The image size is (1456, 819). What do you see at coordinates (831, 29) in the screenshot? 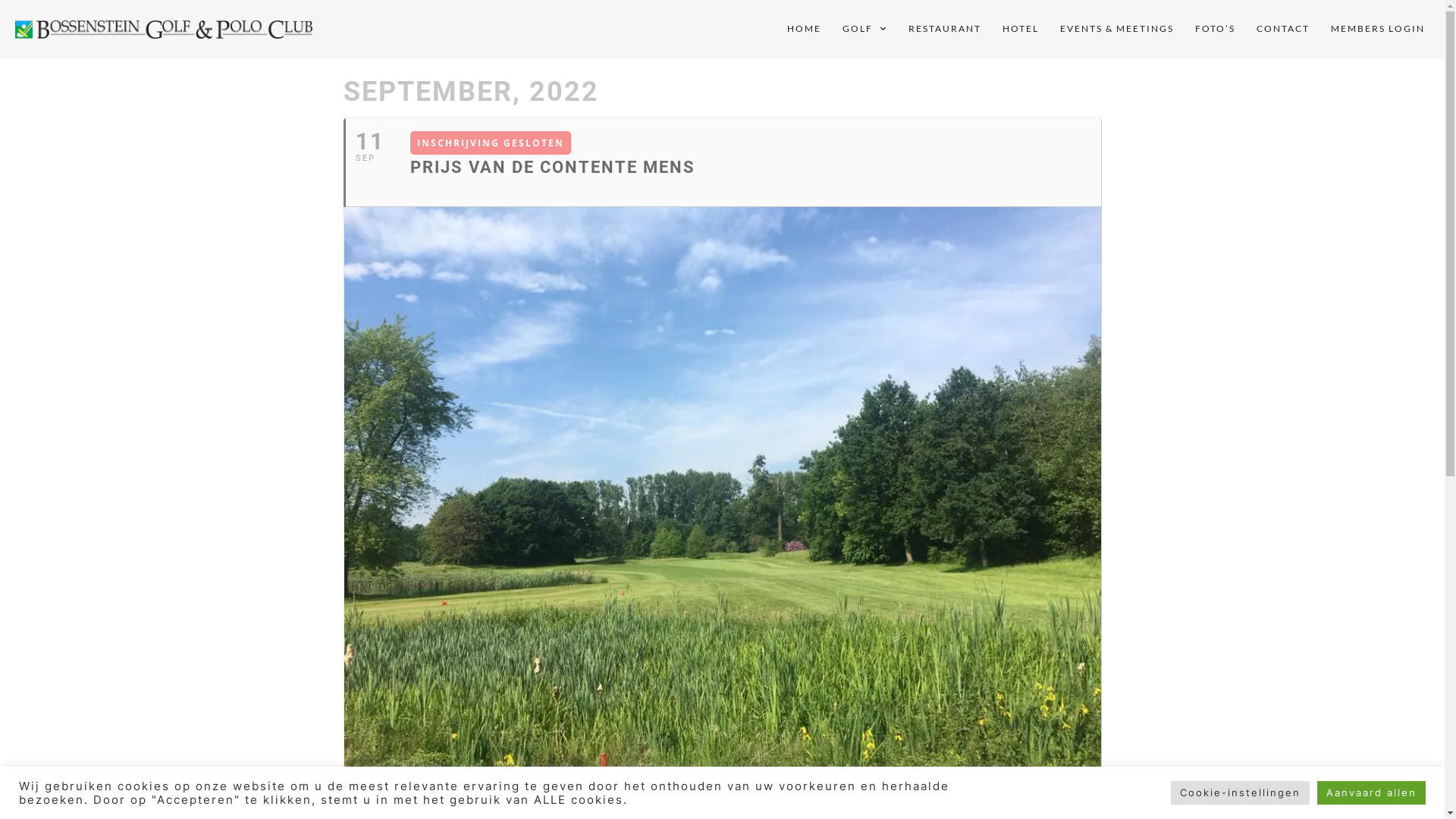
I see `'GOLF'` at bounding box center [831, 29].